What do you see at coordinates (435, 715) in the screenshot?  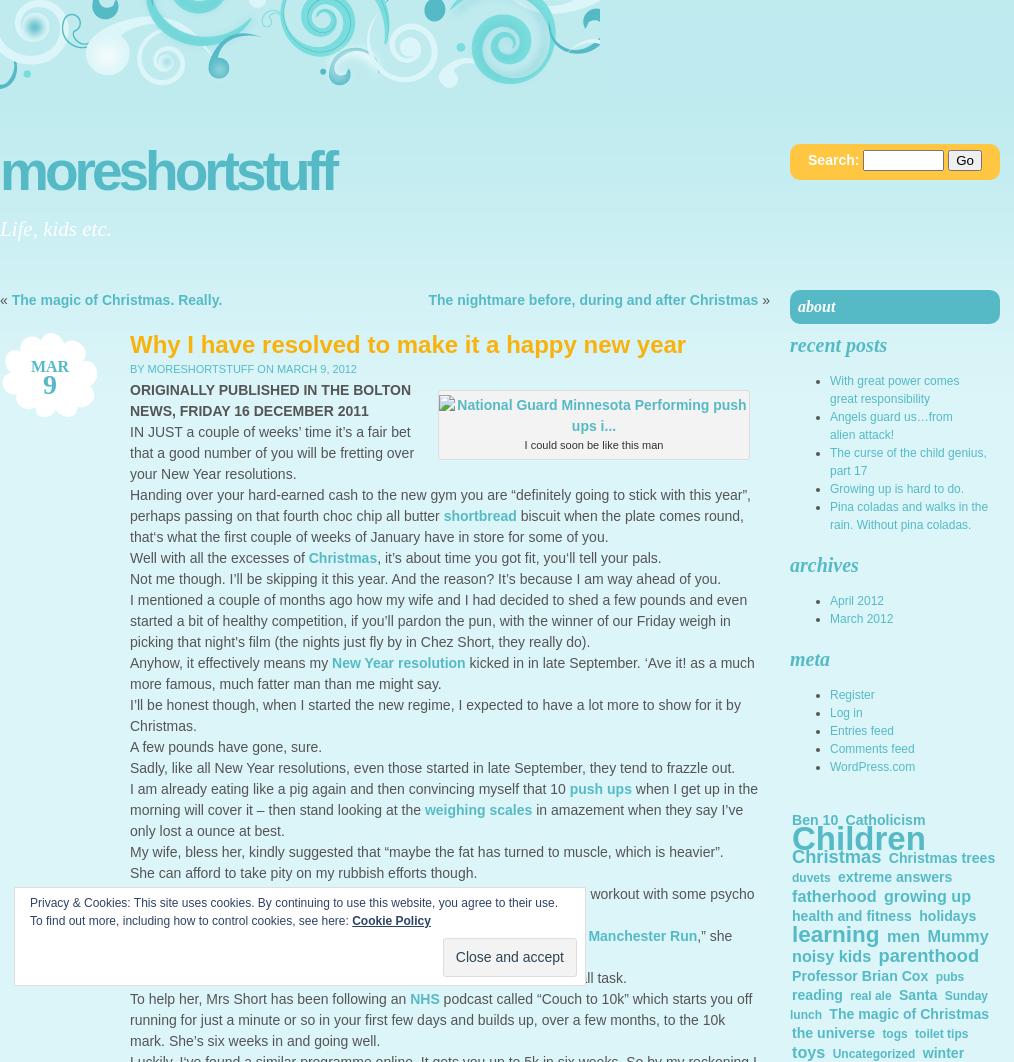 I see `'I’ll be honest though, when I started the new regime, I expected to have a lot more to show for it by Christmas.'` at bounding box center [435, 715].